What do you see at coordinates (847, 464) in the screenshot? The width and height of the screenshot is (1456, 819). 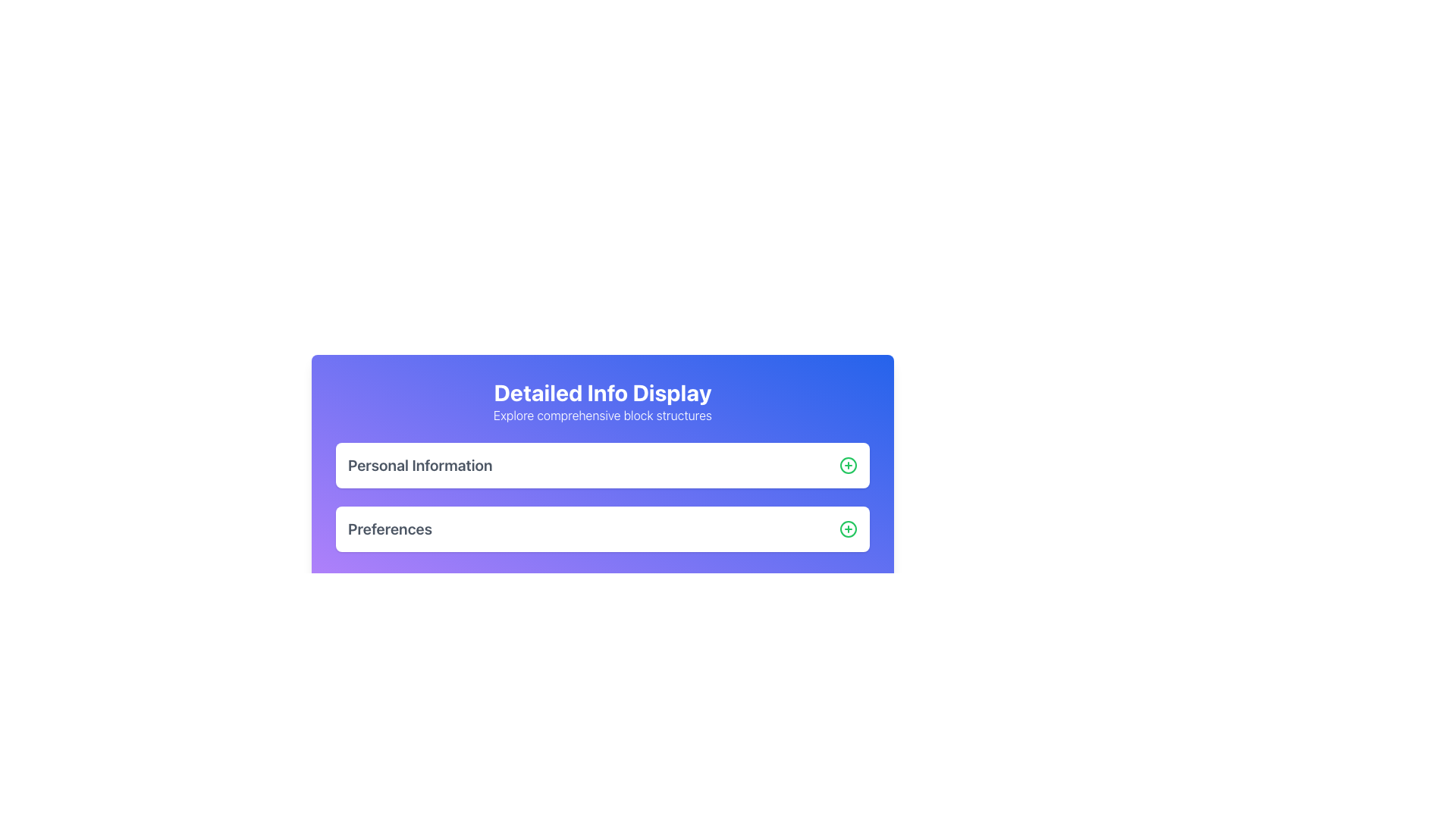 I see `the button located at the far right end of the 'Personal Information' row` at bounding box center [847, 464].